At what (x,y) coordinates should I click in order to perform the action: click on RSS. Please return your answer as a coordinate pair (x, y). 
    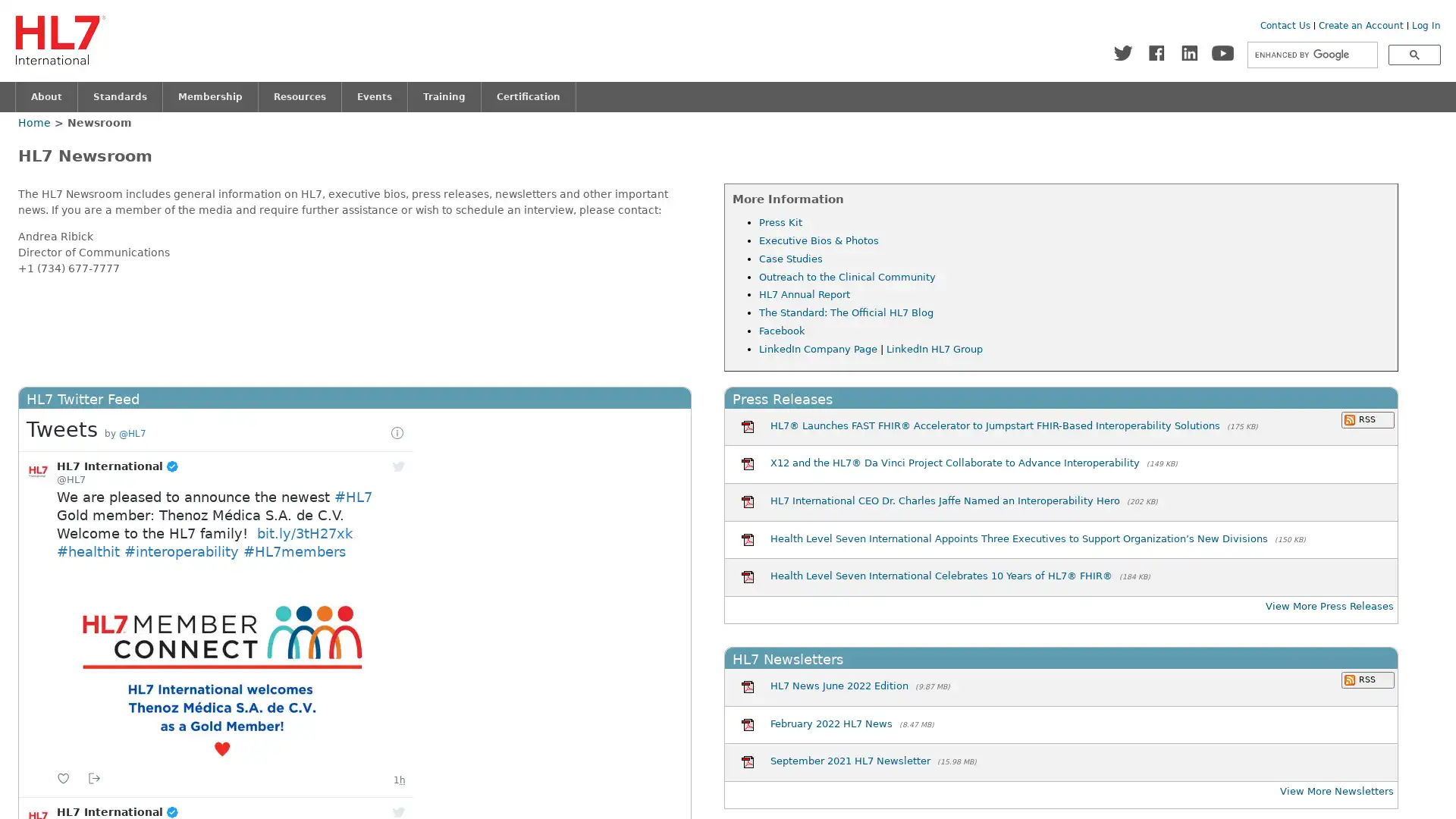
    Looking at the image, I should click on (1367, 678).